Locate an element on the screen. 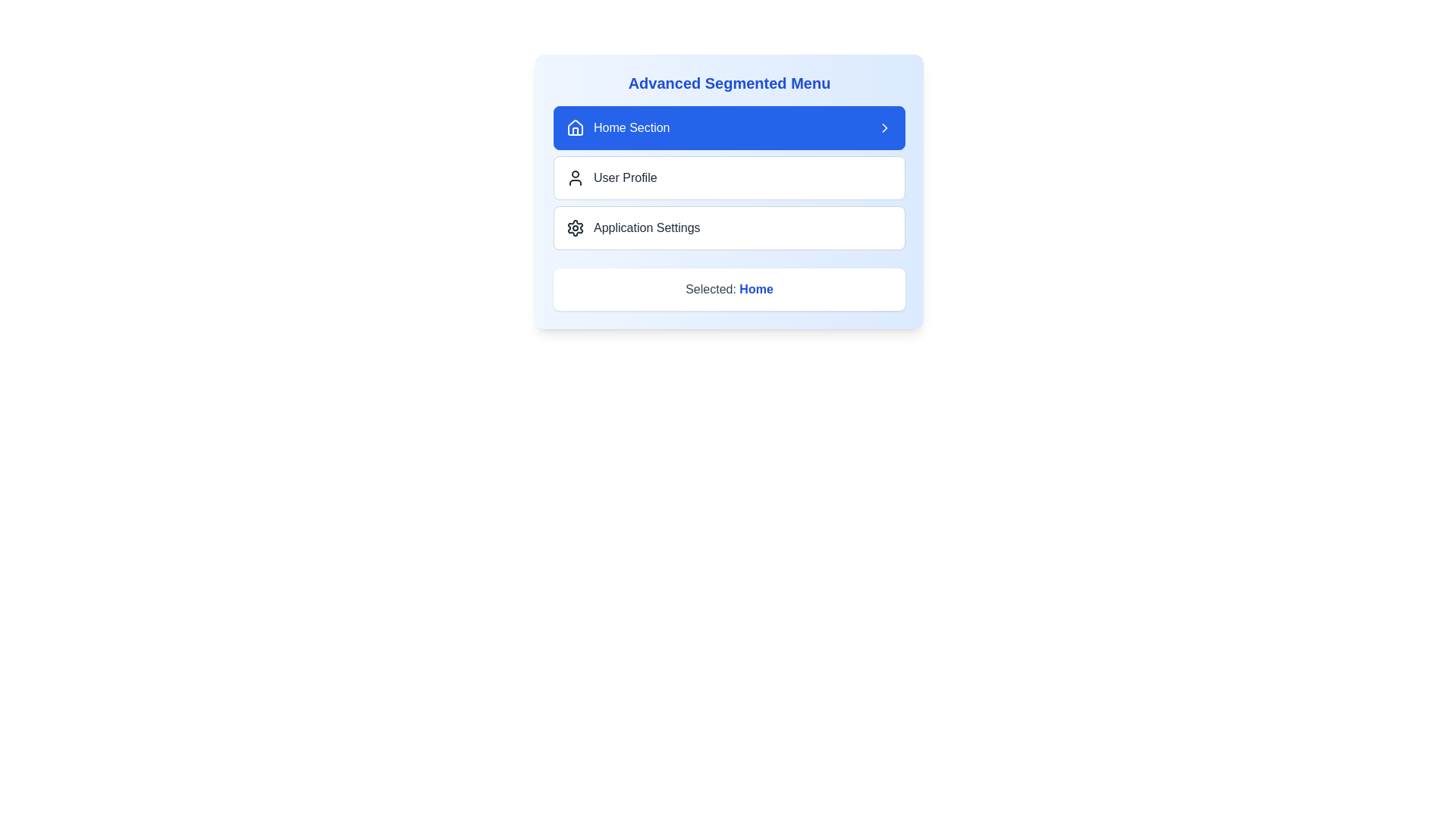 The height and width of the screenshot is (819, 1456). the menu item that provides access to application settings or preferences, located in the segmented menu below 'User Profile' and above 'Selected: Home' is located at coordinates (633, 227).